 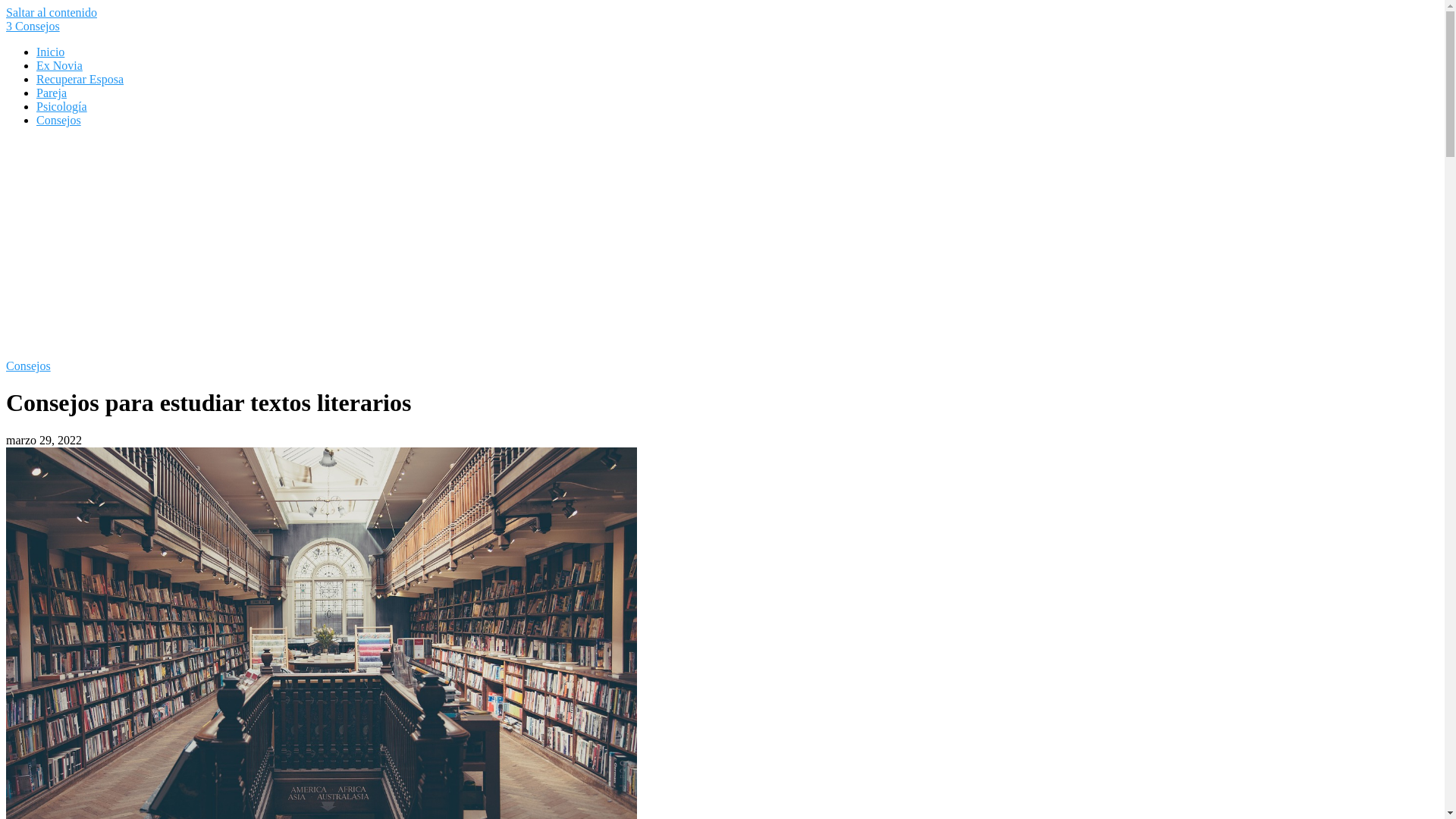 What do you see at coordinates (36, 93) in the screenshot?
I see `'Pareja'` at bounding box center [36, 93].